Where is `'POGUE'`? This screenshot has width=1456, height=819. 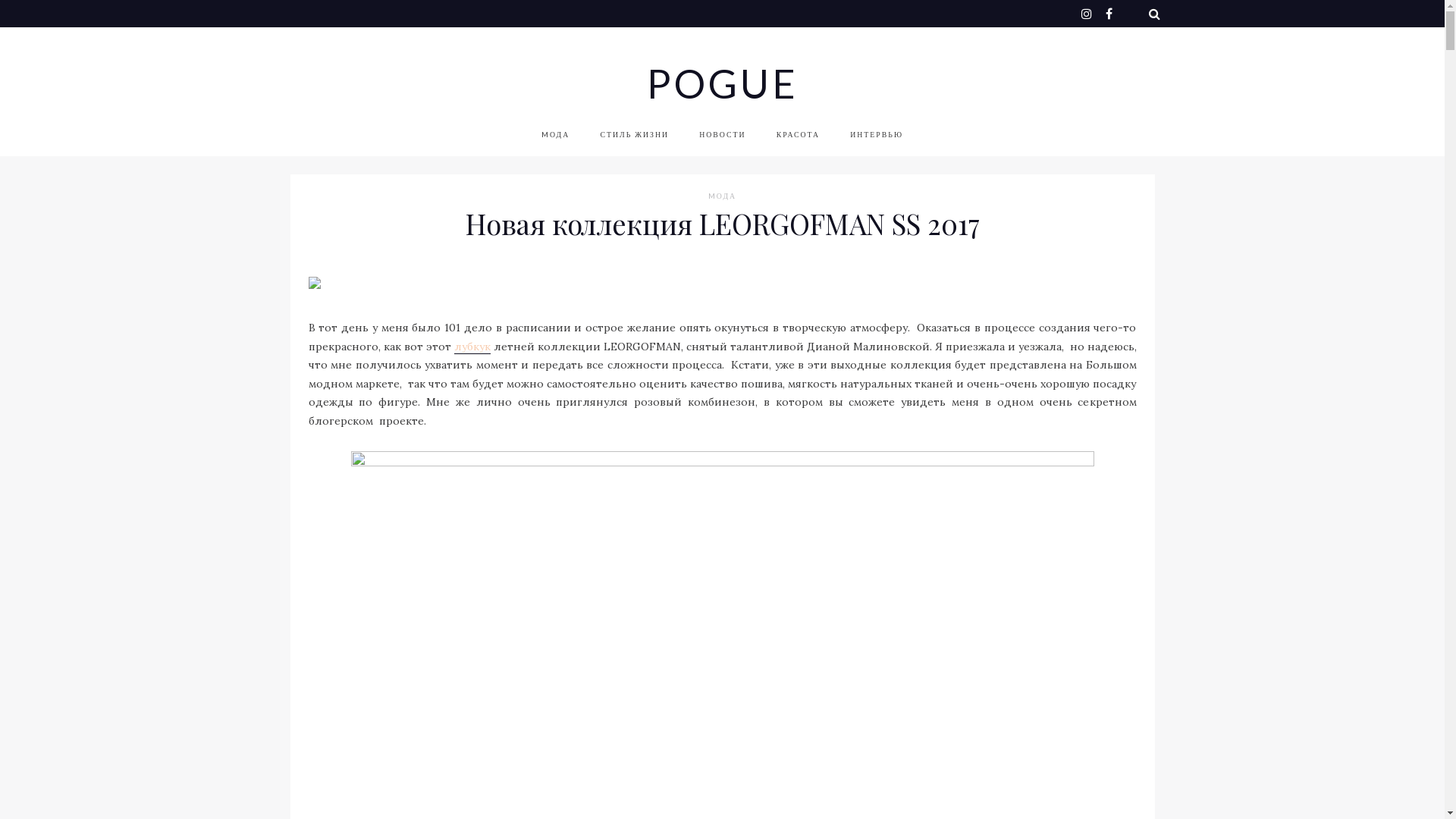
'POGUE' is located at coordinates (645, 83).